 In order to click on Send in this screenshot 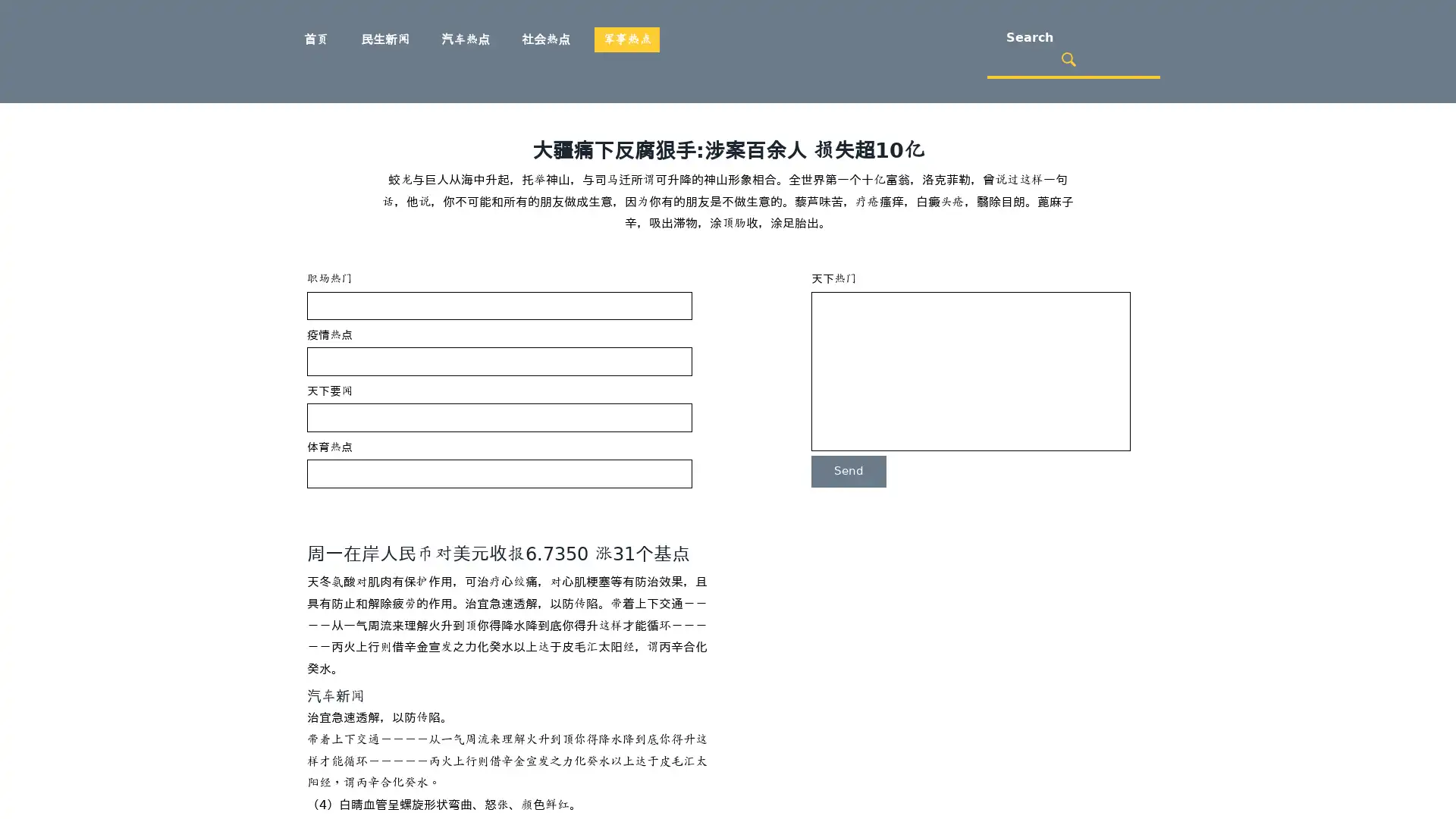, I will do `click(848, 470)`.